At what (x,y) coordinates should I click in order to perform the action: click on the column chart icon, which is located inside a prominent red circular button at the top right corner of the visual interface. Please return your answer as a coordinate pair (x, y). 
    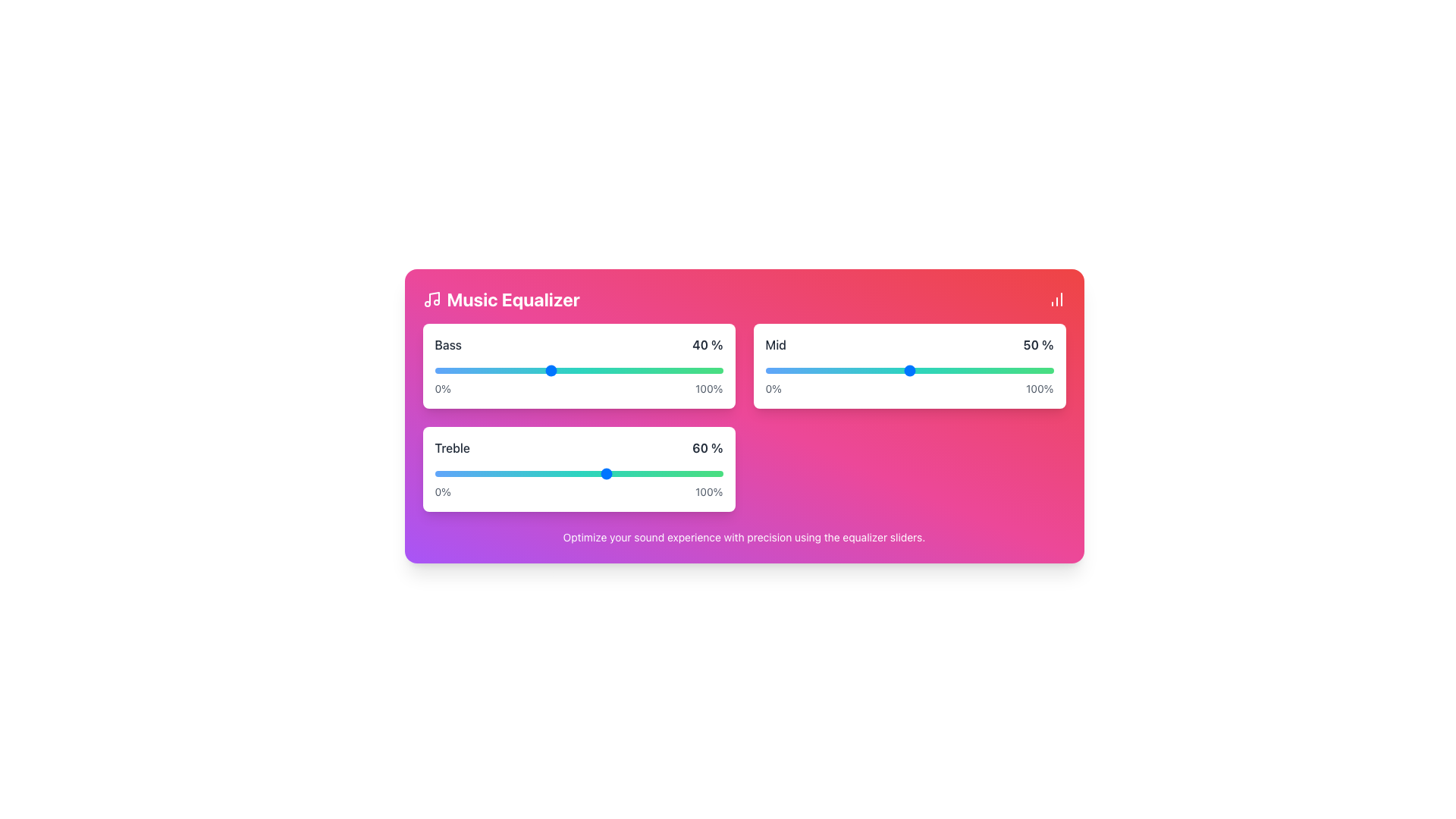
    Looking at the image, I should click on (1056, 299).